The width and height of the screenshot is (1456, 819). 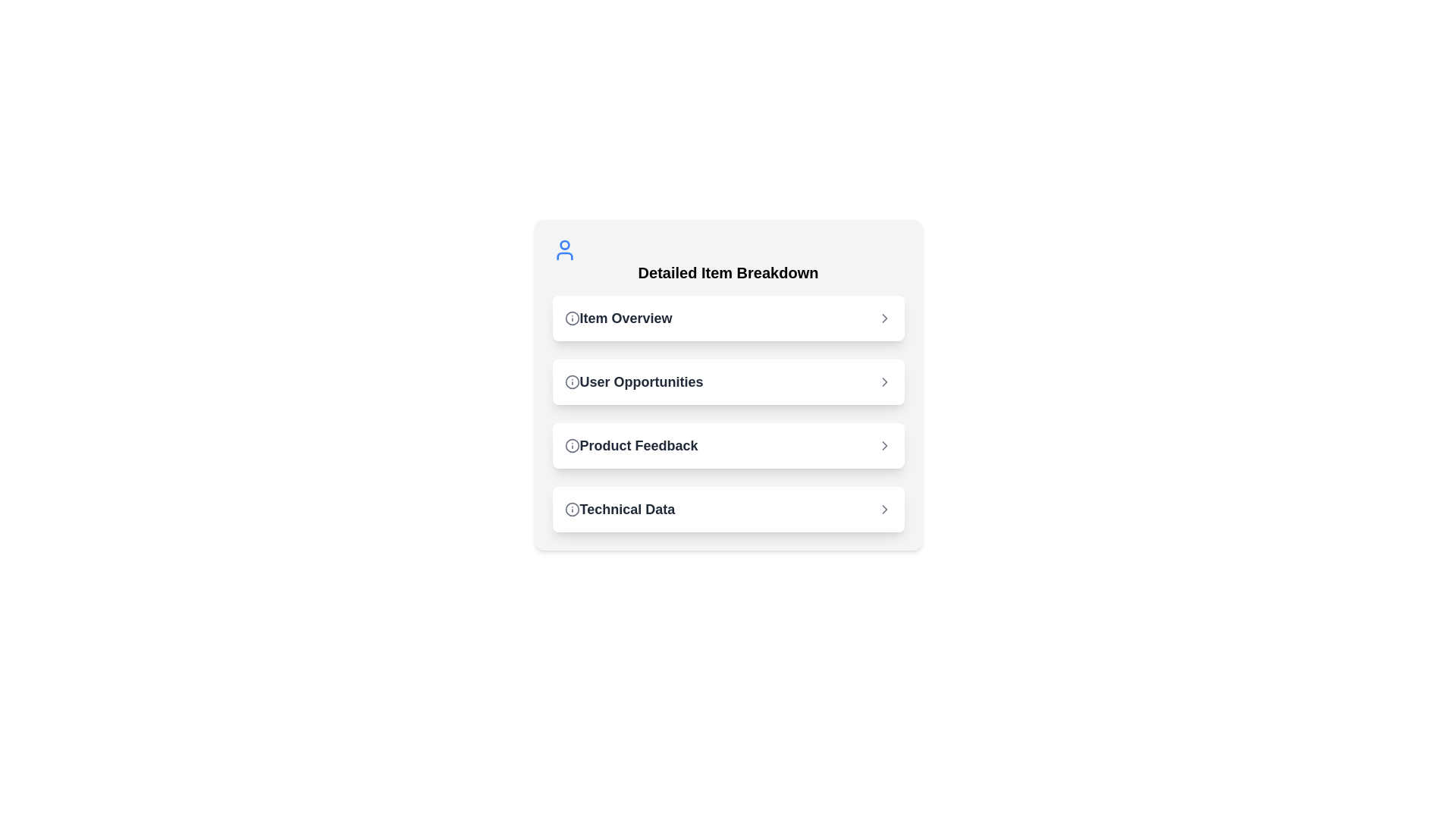 What do you see at coordinates (728, 318) in the screenshot?
I see `the first button-like clickable card in the 'Detailed Item Breakdown' section` at bounding box center [728, 318].